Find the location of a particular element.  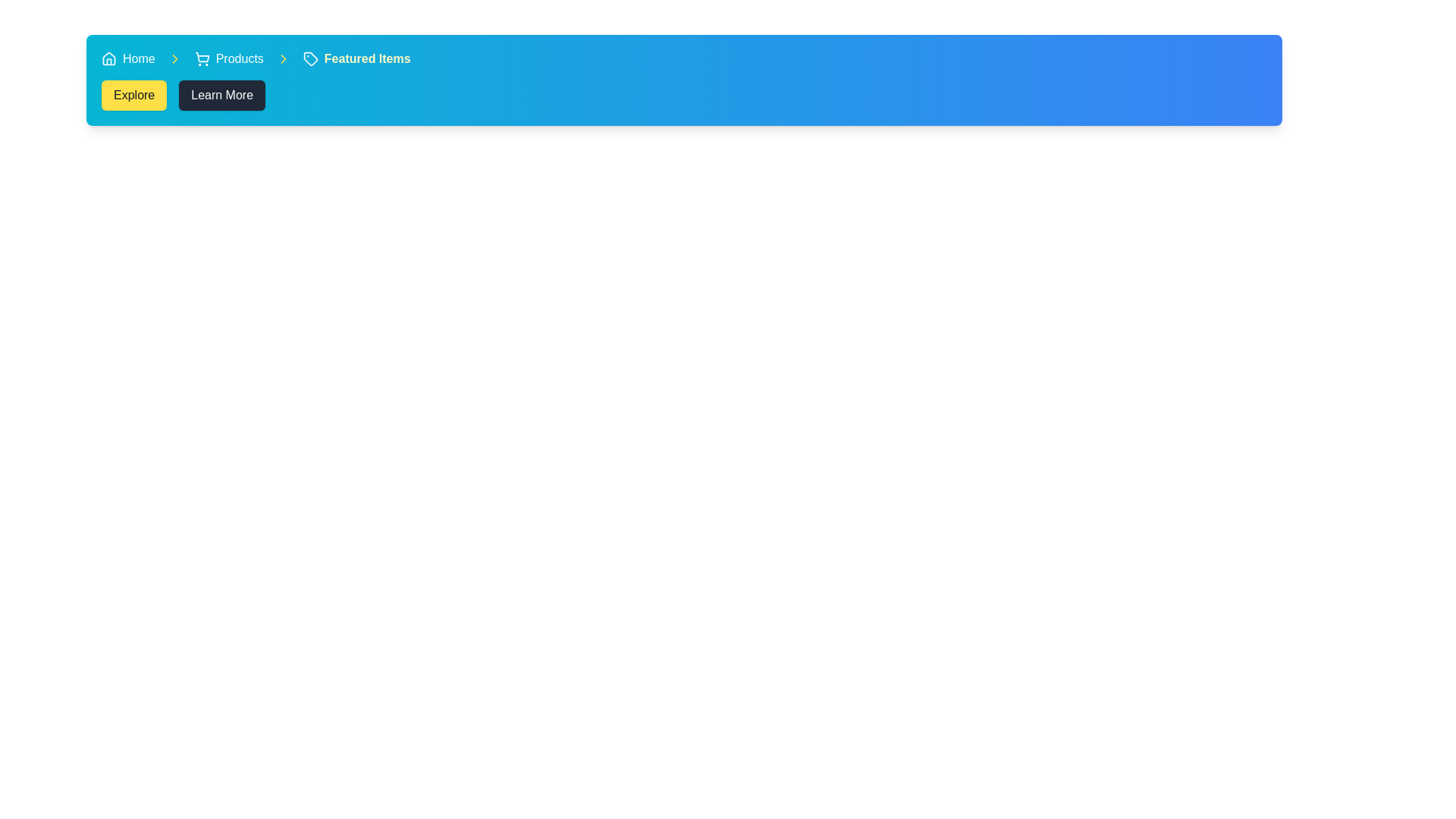

the Chevron icon located between 'Products' and 'Featured Items' in the breadcrumb navigation bar to interact with the related breadcrumb text is located at coordinates (174, 58).